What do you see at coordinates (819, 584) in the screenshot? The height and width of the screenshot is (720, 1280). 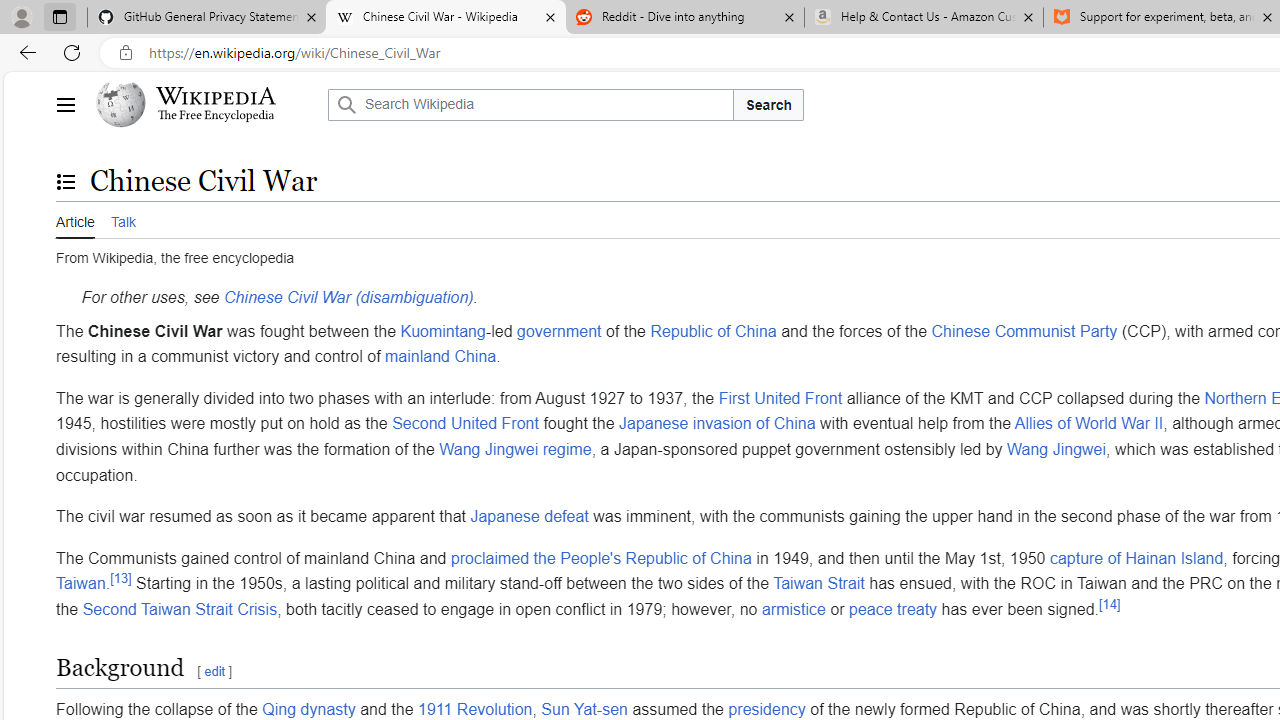 I see `'Taiwan Strait'` at bounding box center [819, 584].